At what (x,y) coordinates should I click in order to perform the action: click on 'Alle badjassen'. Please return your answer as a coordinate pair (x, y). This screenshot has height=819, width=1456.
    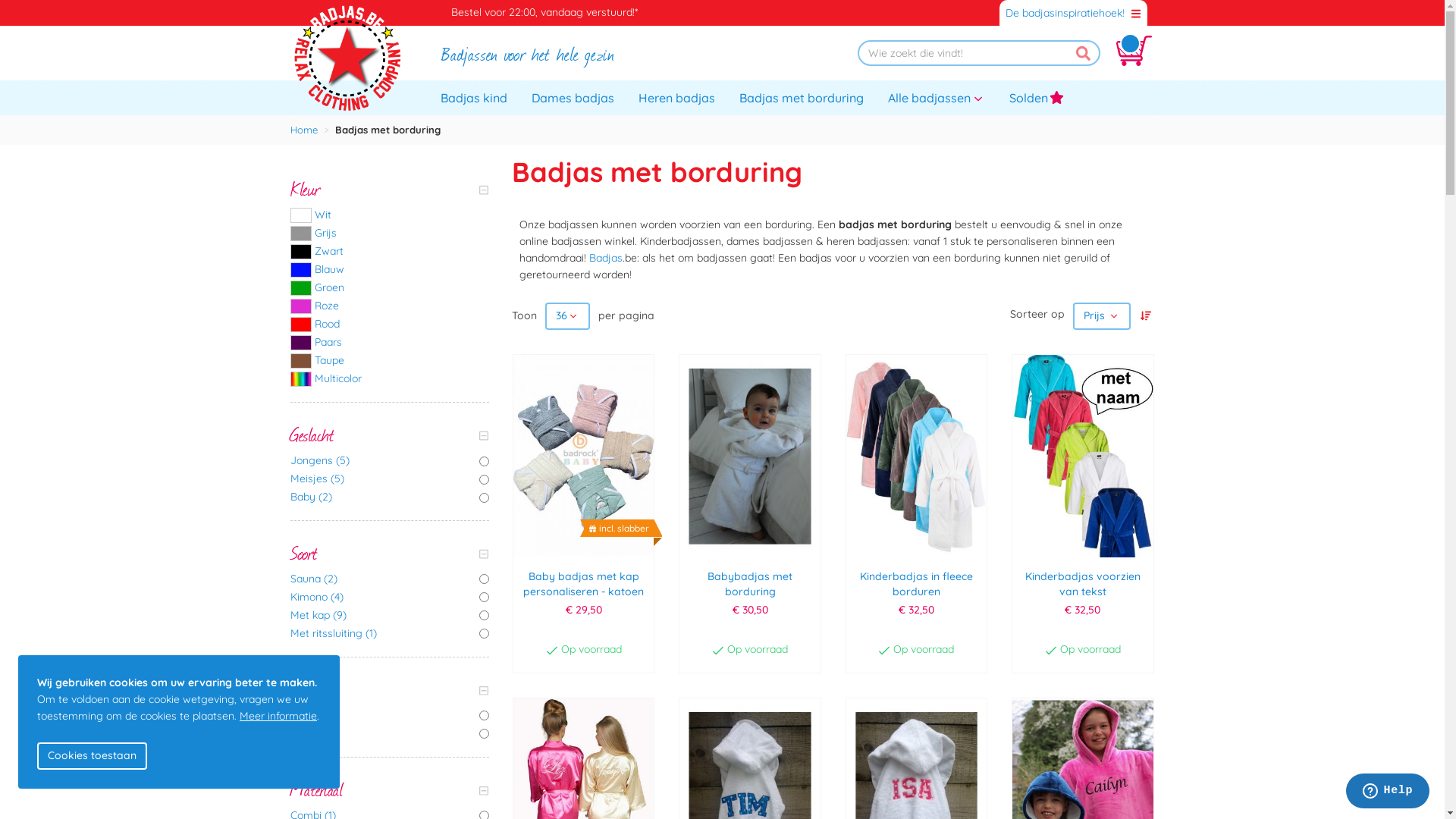
    Looking at the image, I should click on (935, 97).